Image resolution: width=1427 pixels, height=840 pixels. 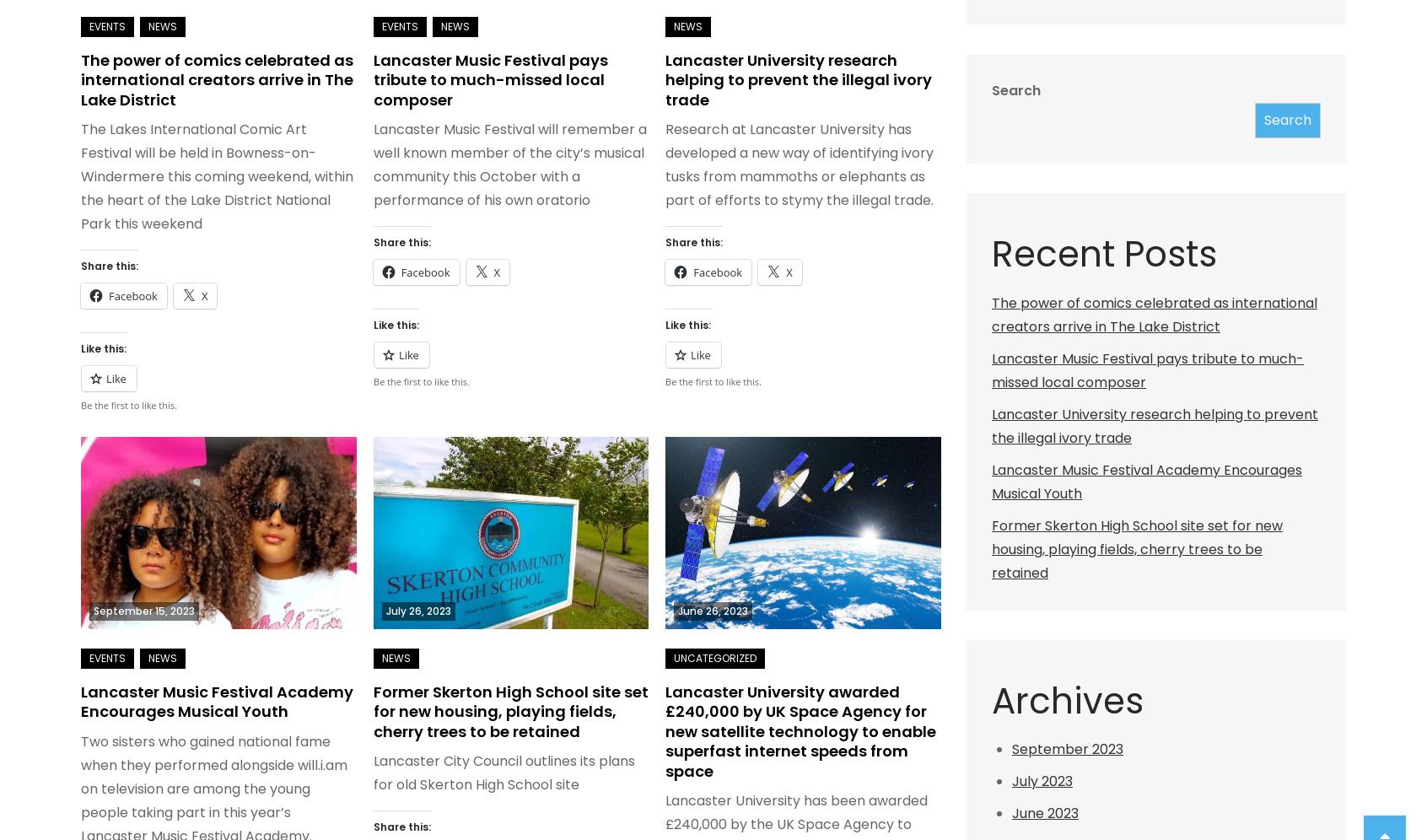 I want to click on 'Uncategorized', so click(x=714, y=657).